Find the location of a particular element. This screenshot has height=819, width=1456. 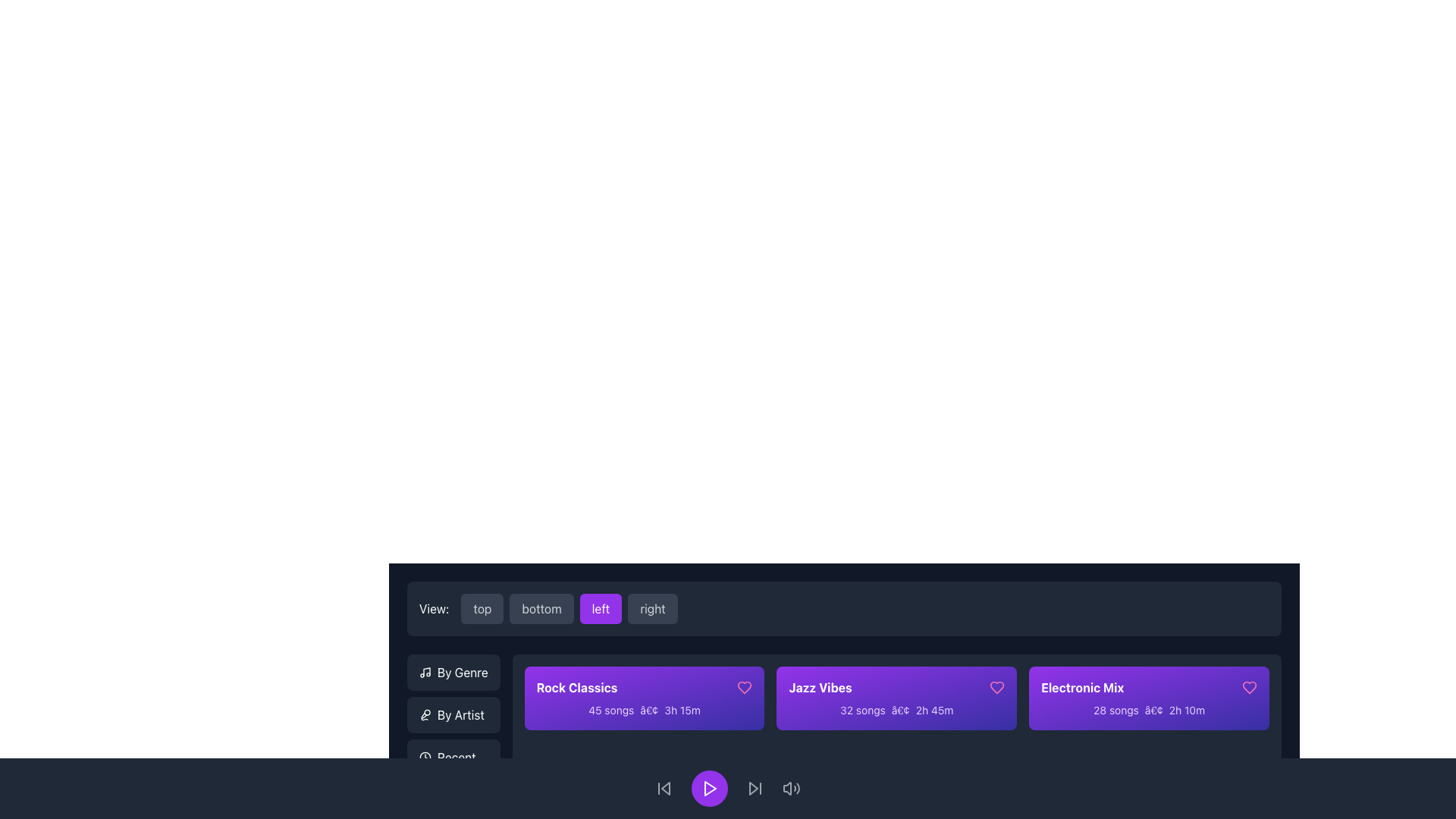

the typographic symbol '•' that separates '32 songs' and '2h 45m', which is displayed in light purple color within a block of text is located at coordinates (900, 710).